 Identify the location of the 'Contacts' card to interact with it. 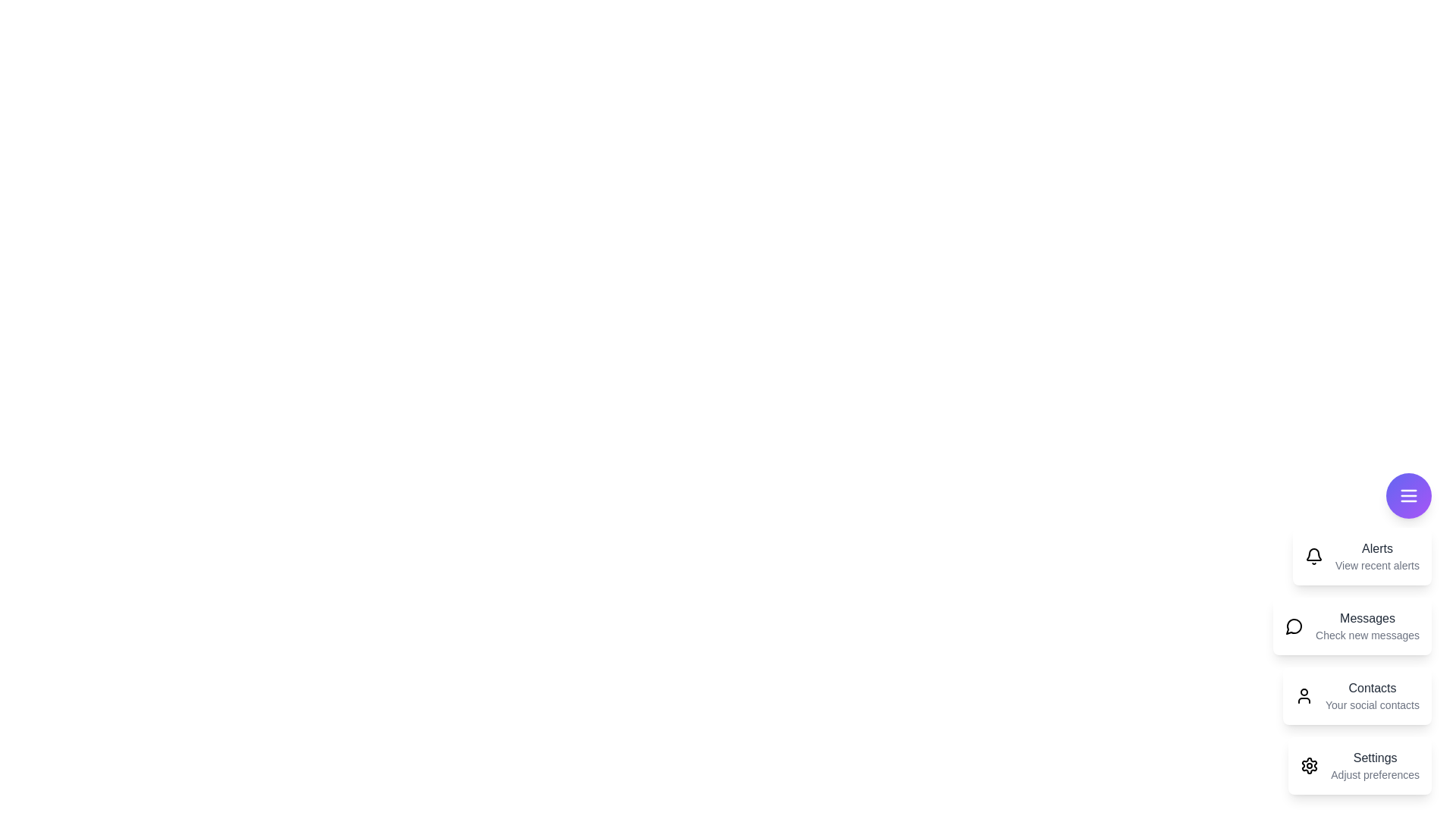
(1372, 696).